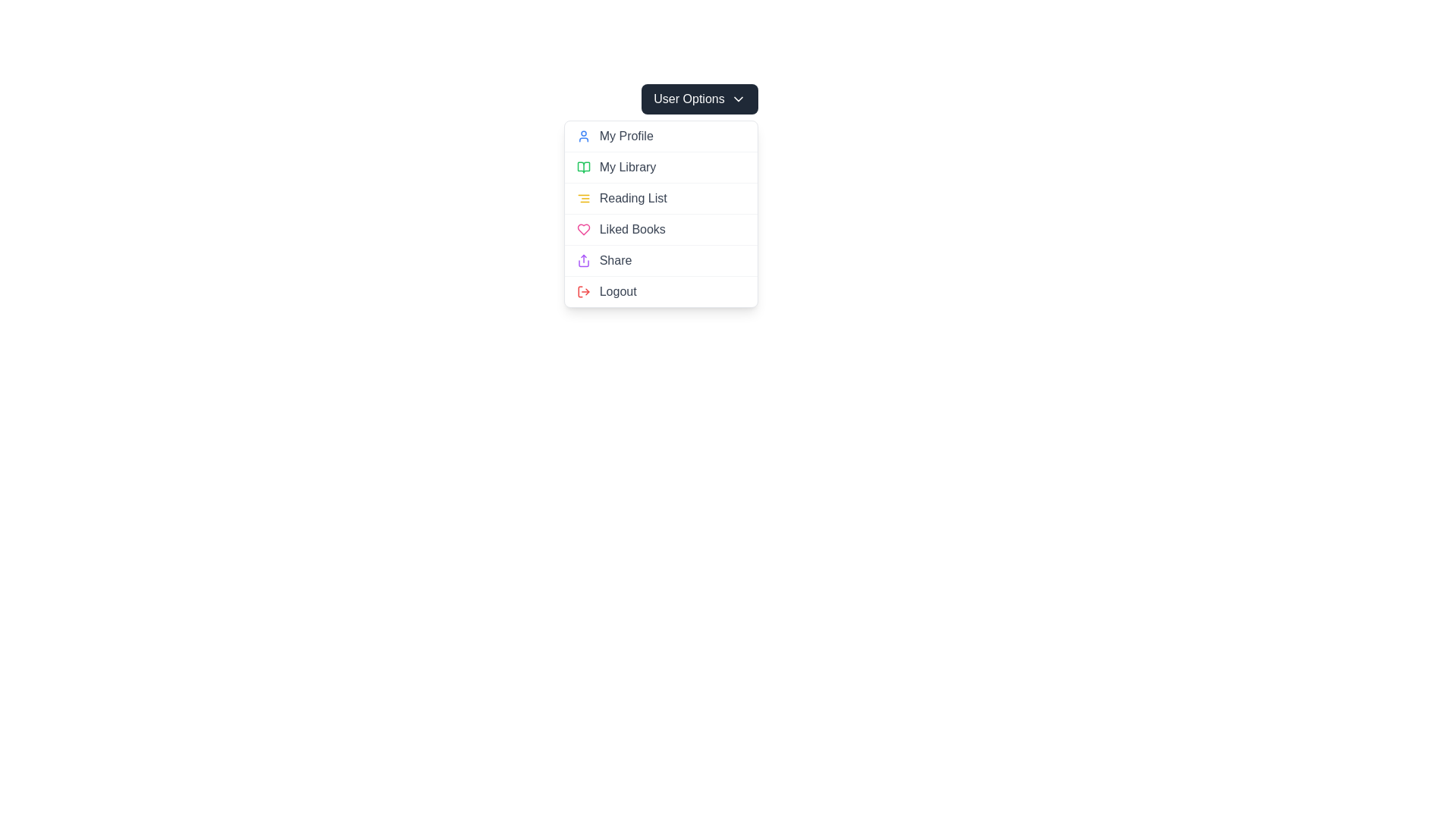  Describe the element at coordinates (661, 167) in the screenshot. I see `the interactive button in the dropdown menu under the 'User Options' that navigates to the library section, positioned between 'My Profile' and 'Reading List'` at that location.